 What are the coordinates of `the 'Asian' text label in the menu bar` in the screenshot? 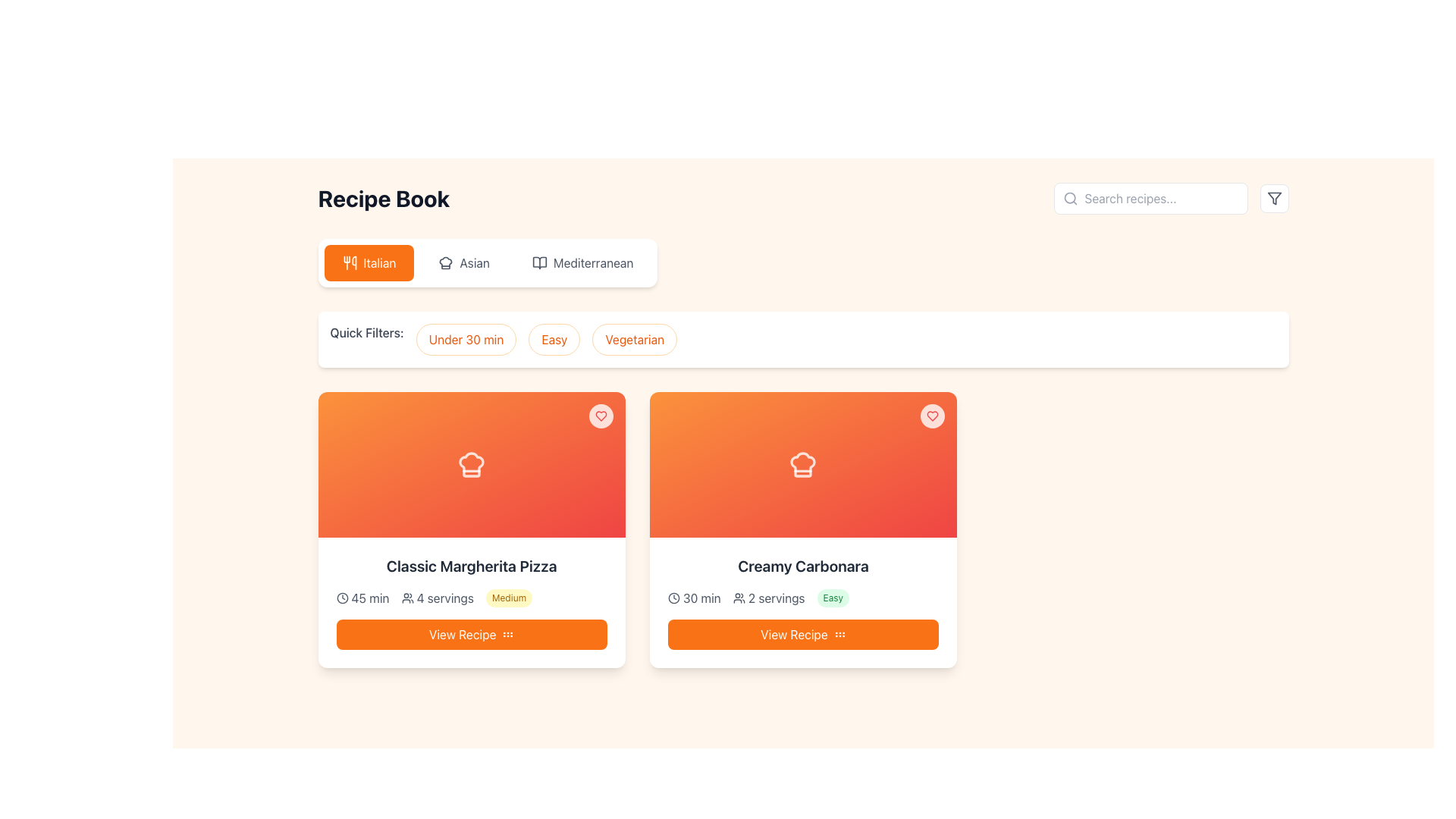 It's located at (474, 262).